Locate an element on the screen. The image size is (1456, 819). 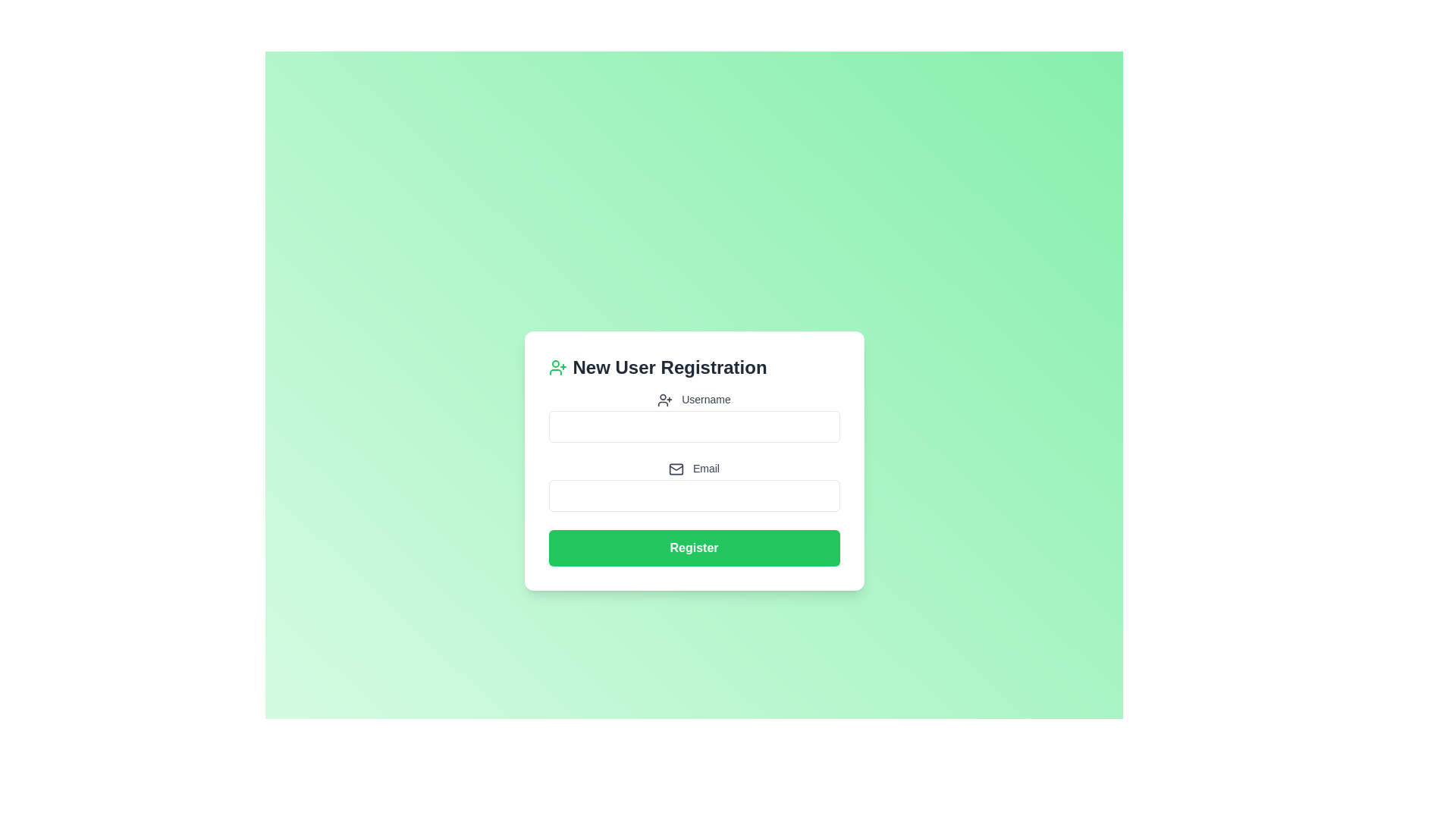
the label that indicates the purpose of the email input field, which is located in the middle section of the form above the email input field is located at coordinates (693, 468).